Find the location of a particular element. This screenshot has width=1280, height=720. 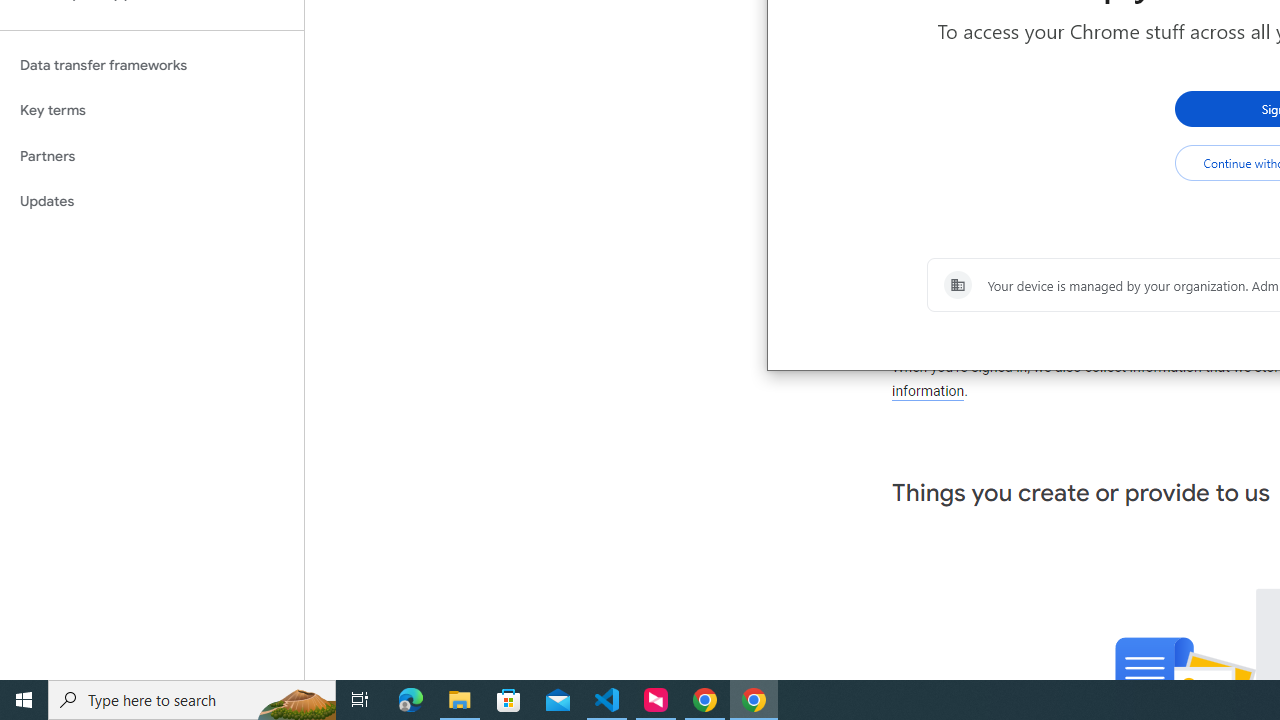

'File Explorer - 1 running window' is located at coordinates (459, 698).